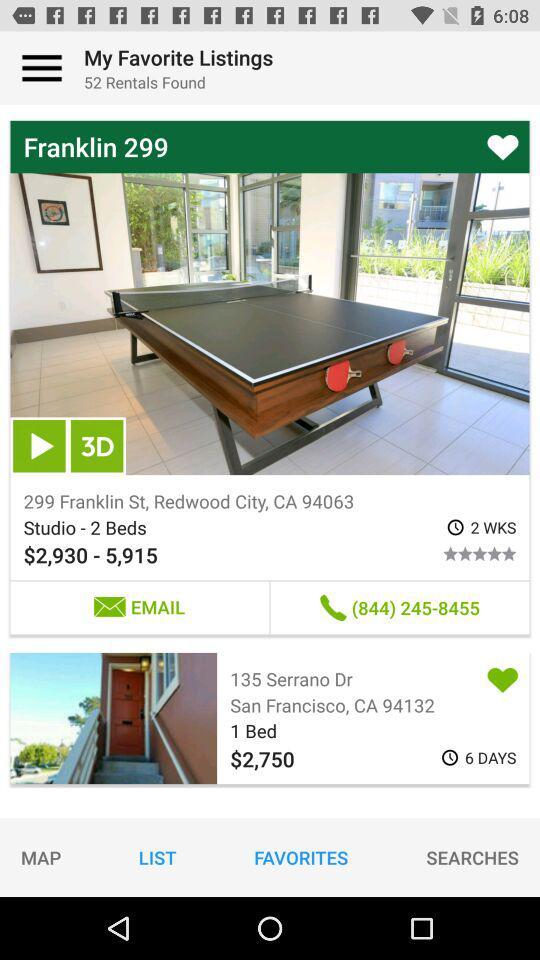  Describe the element at coordinates (39, 446) in the screenshot. I see `item above the 299 franklin st` at that location.